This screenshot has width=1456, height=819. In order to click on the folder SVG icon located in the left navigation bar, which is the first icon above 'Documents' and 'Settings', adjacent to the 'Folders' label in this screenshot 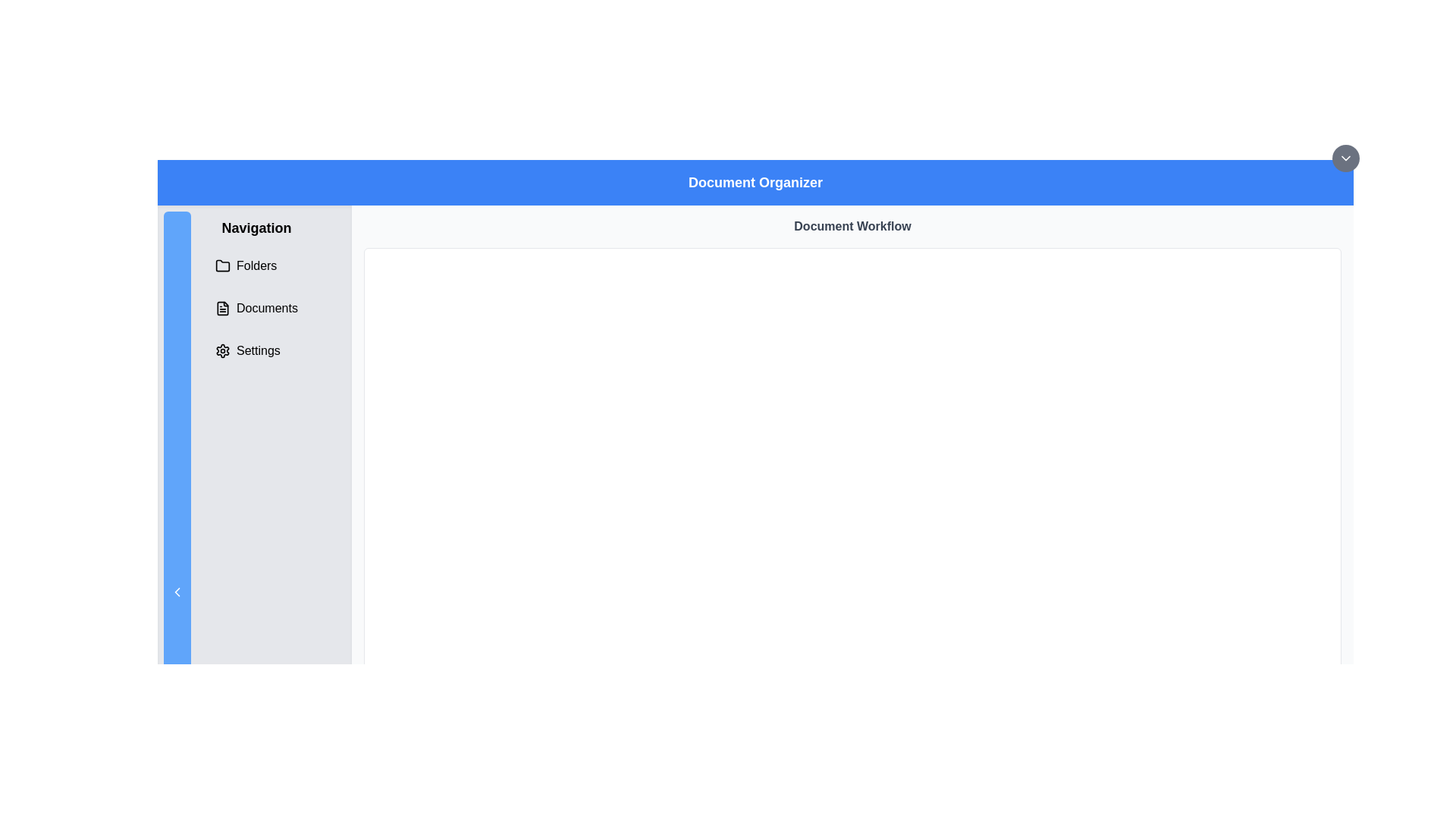, I will do `click(221, 265)`.